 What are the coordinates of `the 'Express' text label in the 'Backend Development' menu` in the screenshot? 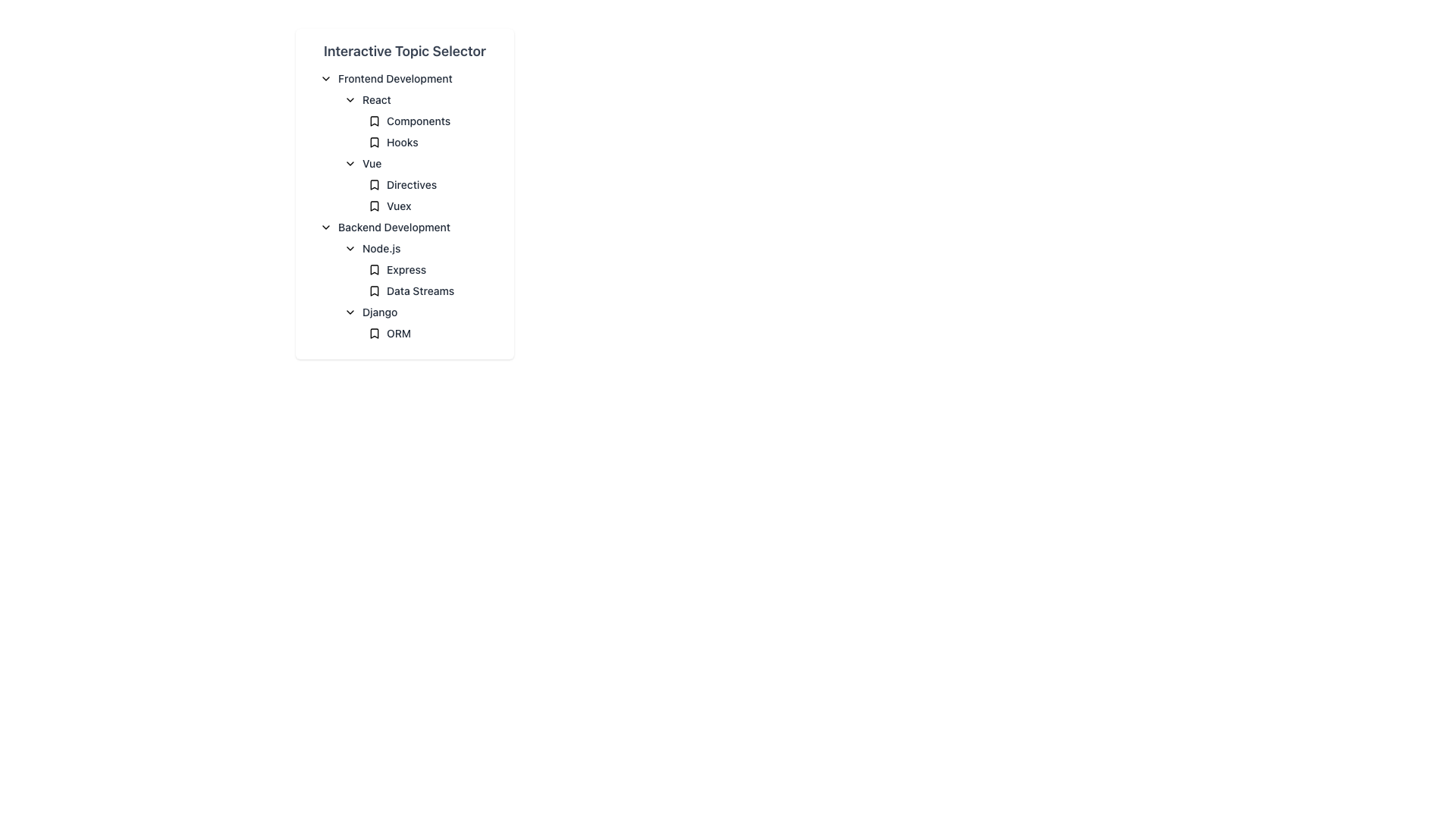 It's located at (406, 268).